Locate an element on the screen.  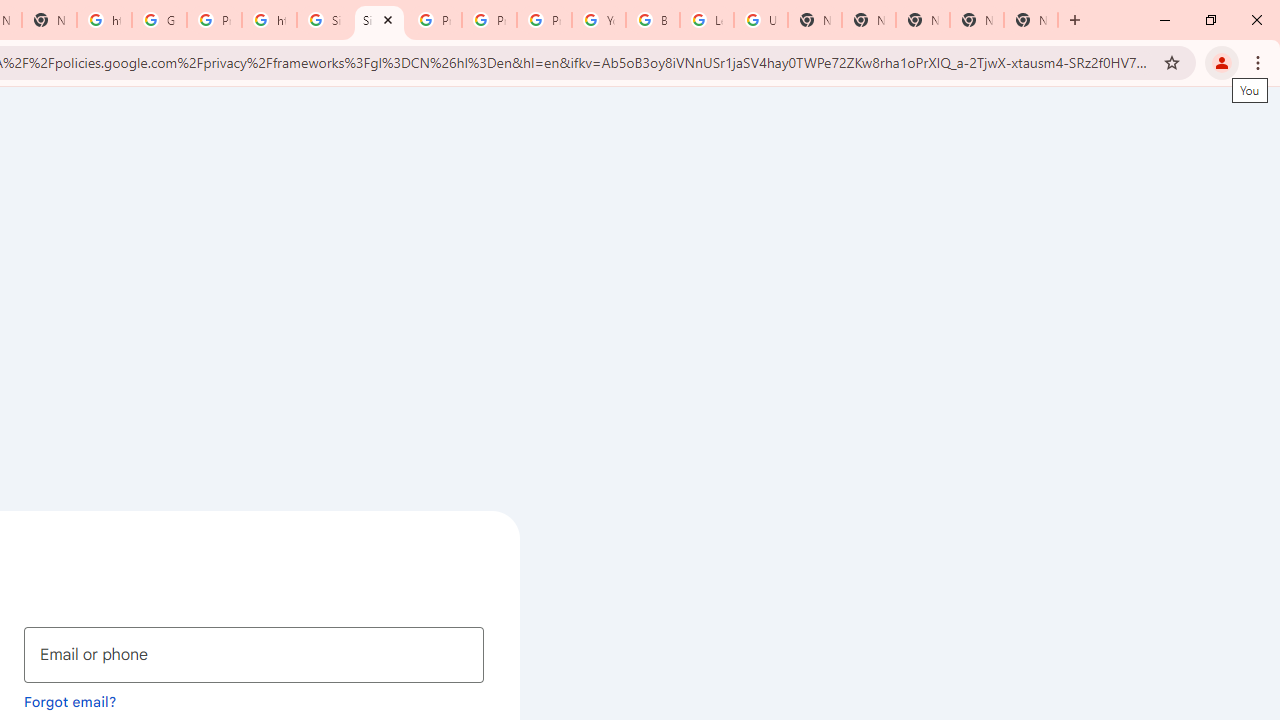
'Privacy Help Center - Policies Help' is located at coordinates (489, 20).